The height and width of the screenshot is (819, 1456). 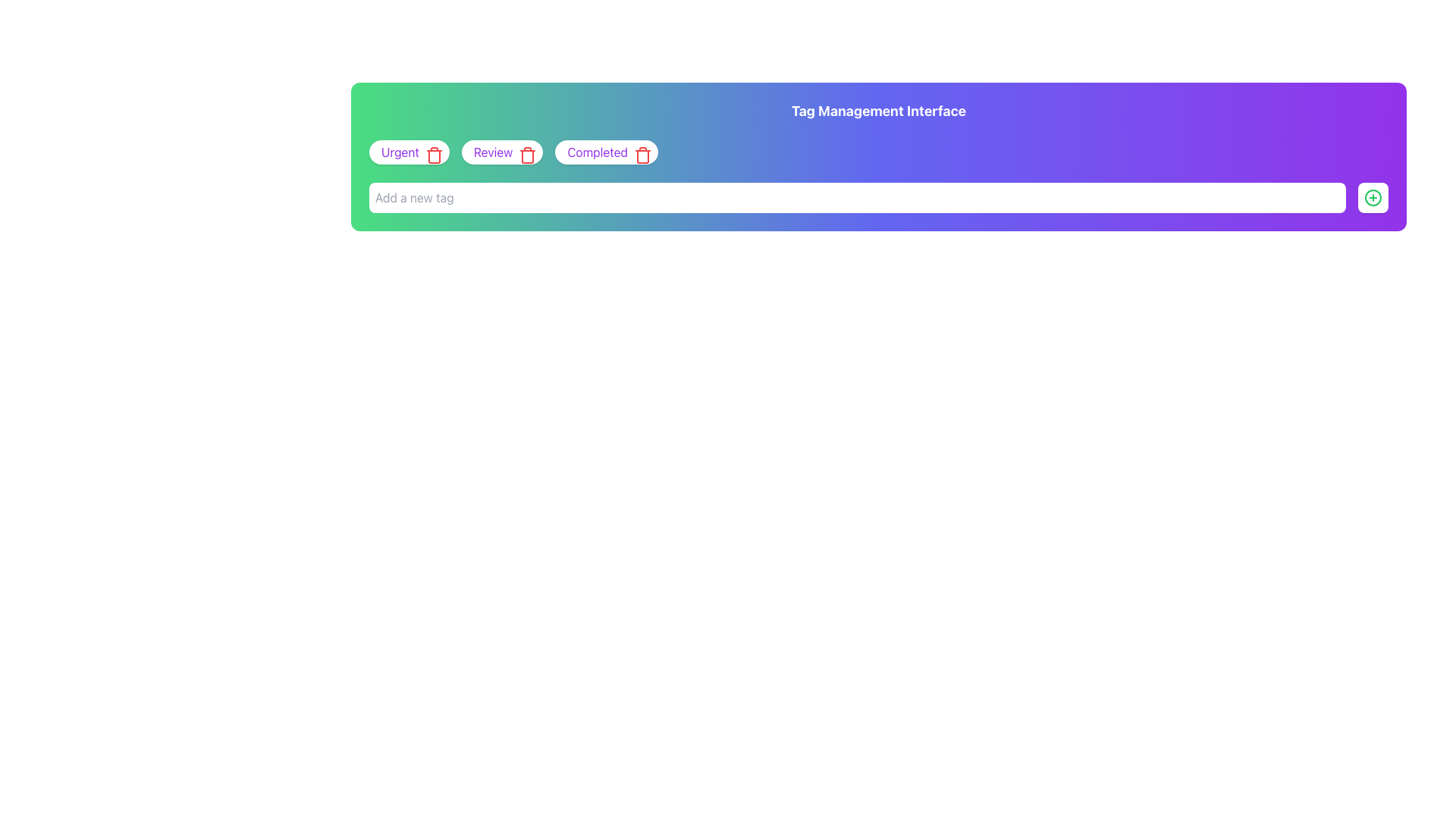 What do you see at coordinates (433, 155) in the screenshot?
I see `the delete icon button located immediately to the right of the 'Urgent' button, which is part of a series of buttons for managing task statuses` at bounding box center [433, 155].